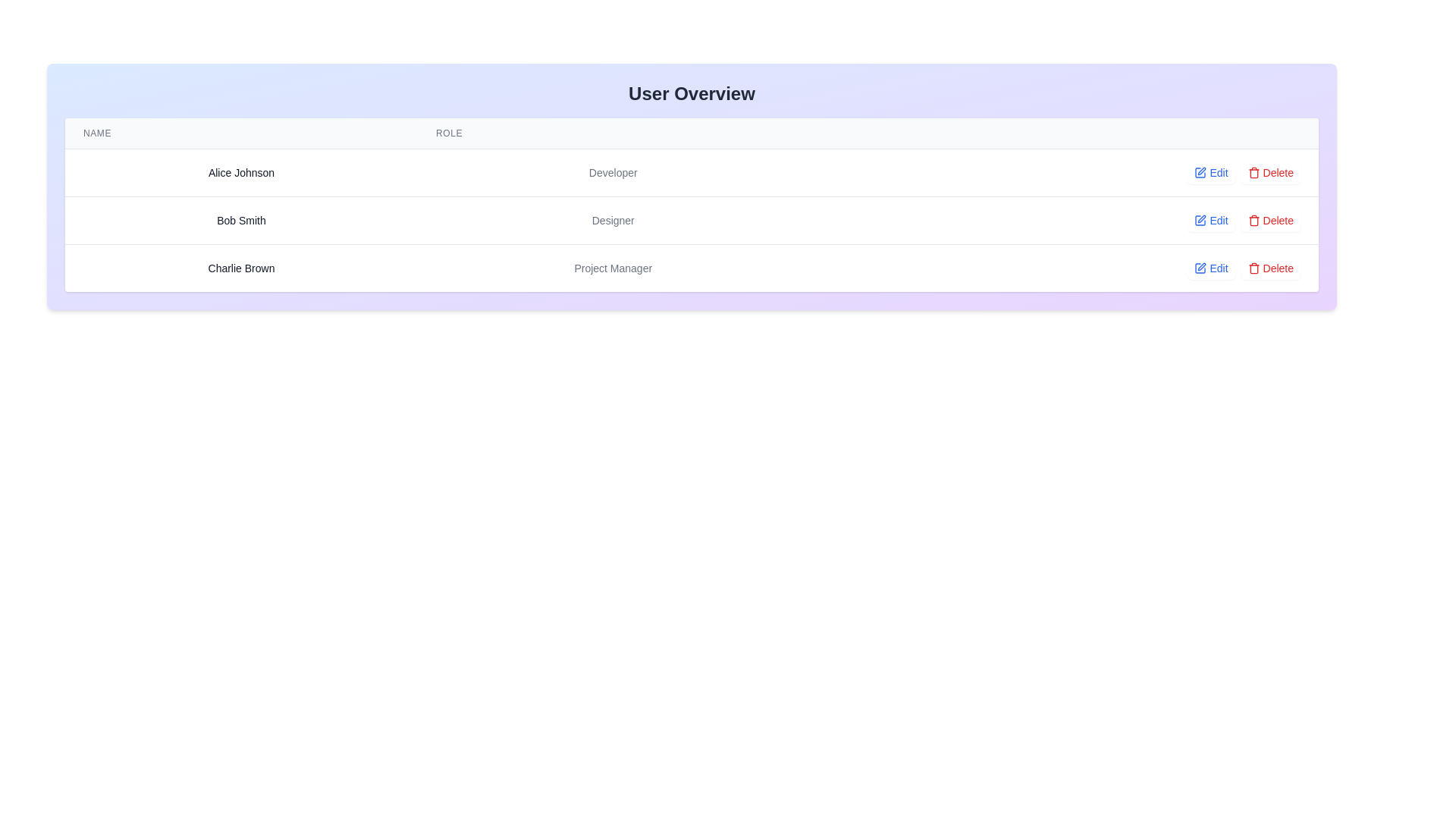 The width and height of the screenshot is (1456, 819). What do you see at coordinates (1210, 220) in the screenshot?
I see `the 'Edit' button with blue text and a pen icon, located in the 'User Overview' table row next to the 'Delete' button` at bounding box center [1210, 220].